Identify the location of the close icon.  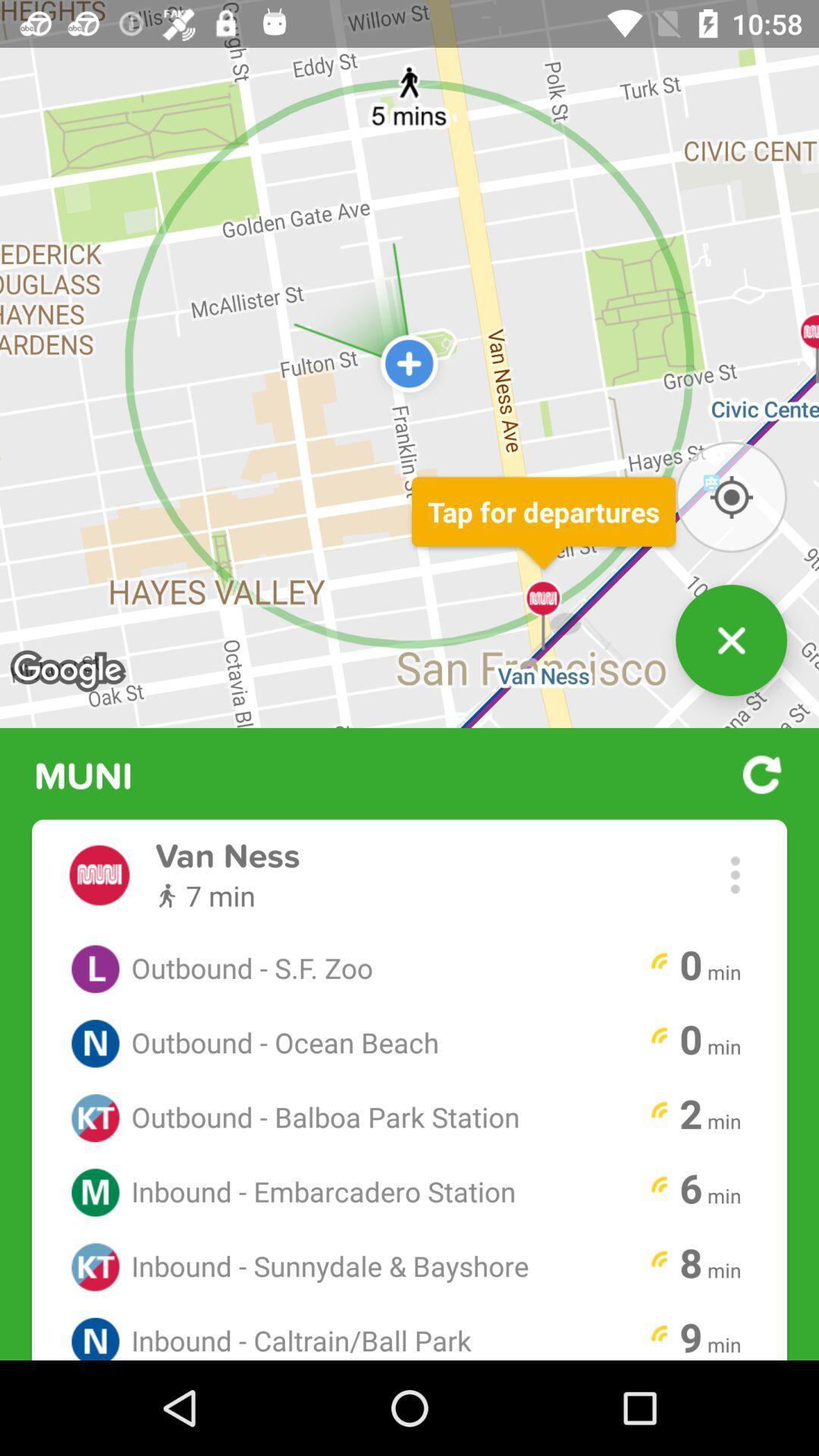
(730, 684).